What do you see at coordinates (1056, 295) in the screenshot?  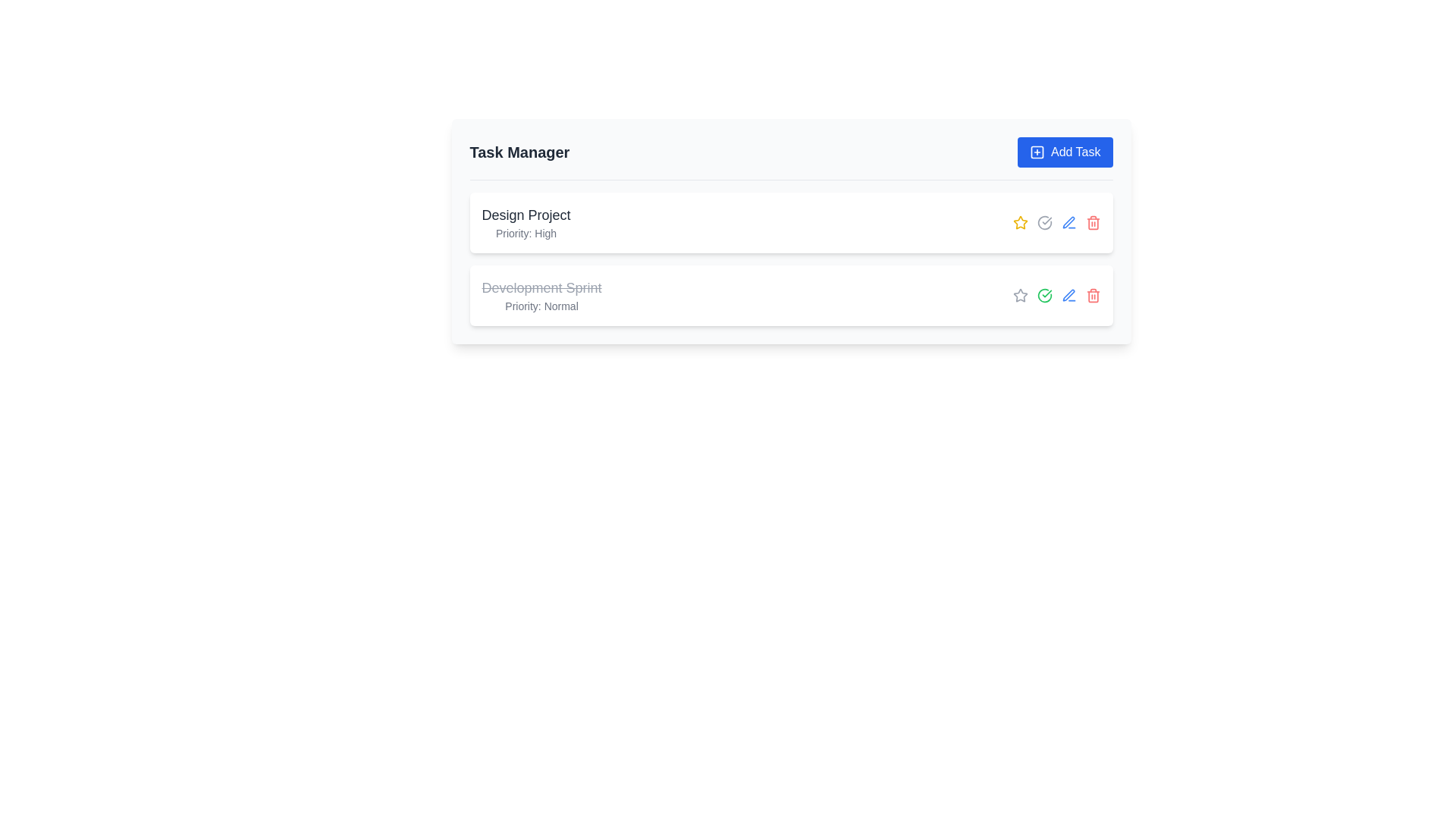 I see `the icon group of action buttons located at the bottom right edge of the card next to the text 'Priority: Normal'` at bounding box center [1056, 295].